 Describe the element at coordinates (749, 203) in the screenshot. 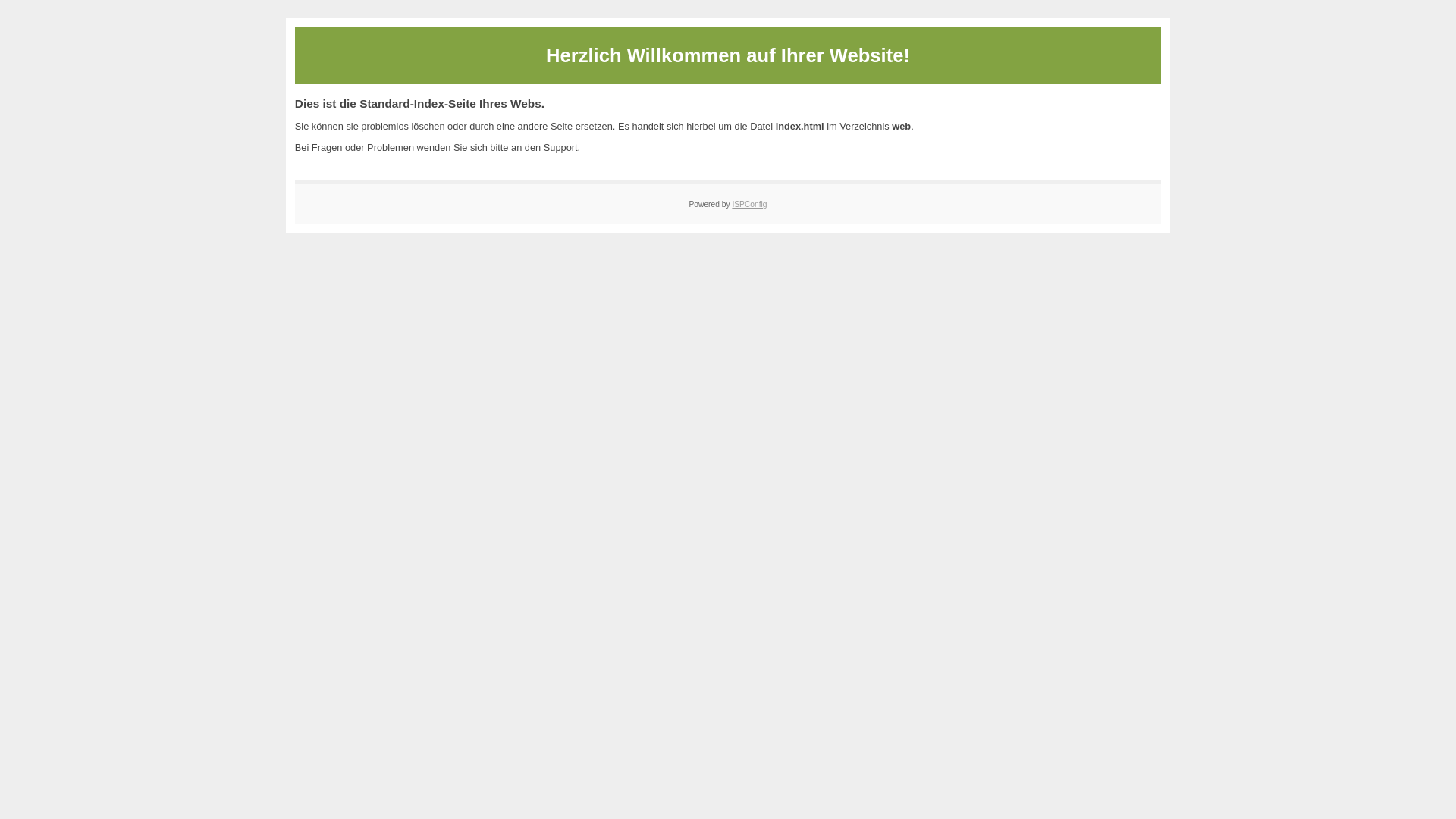

I see `'ISPConfig'` at that location.